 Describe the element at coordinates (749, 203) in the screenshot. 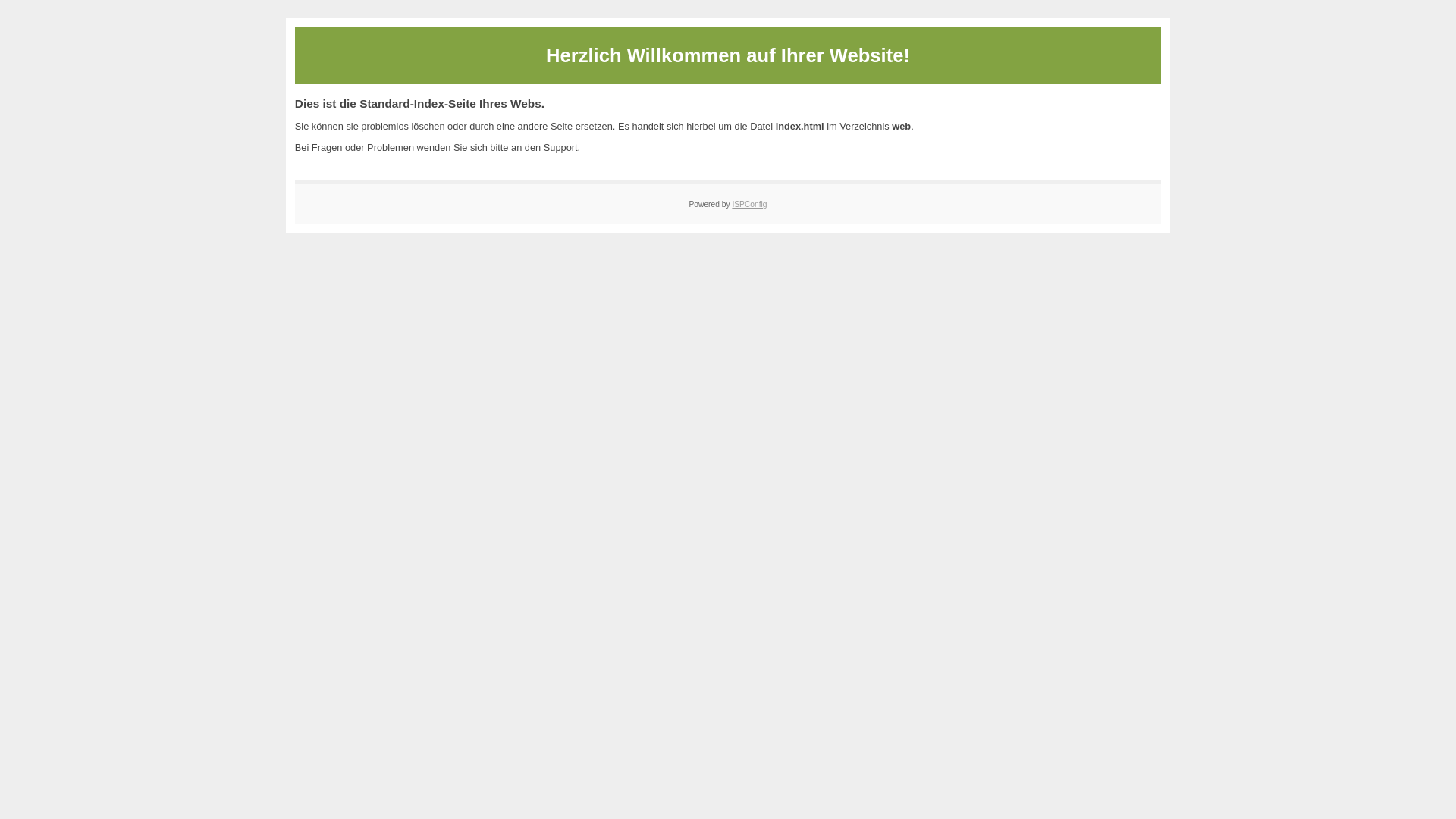

I see `'ISPConfig'` at that location.